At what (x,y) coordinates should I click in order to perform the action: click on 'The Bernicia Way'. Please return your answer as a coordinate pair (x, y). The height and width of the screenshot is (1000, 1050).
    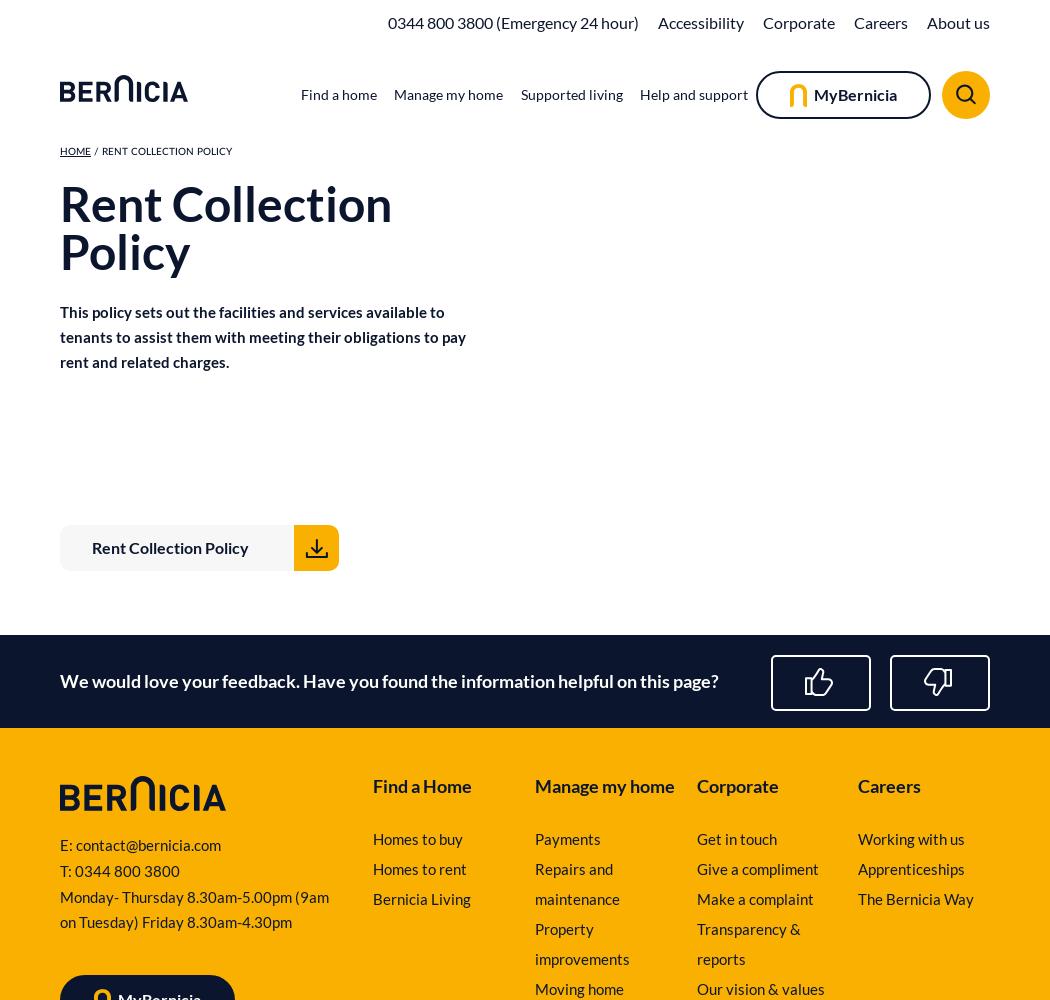
    Looking at the image, I should click on (916, 899).